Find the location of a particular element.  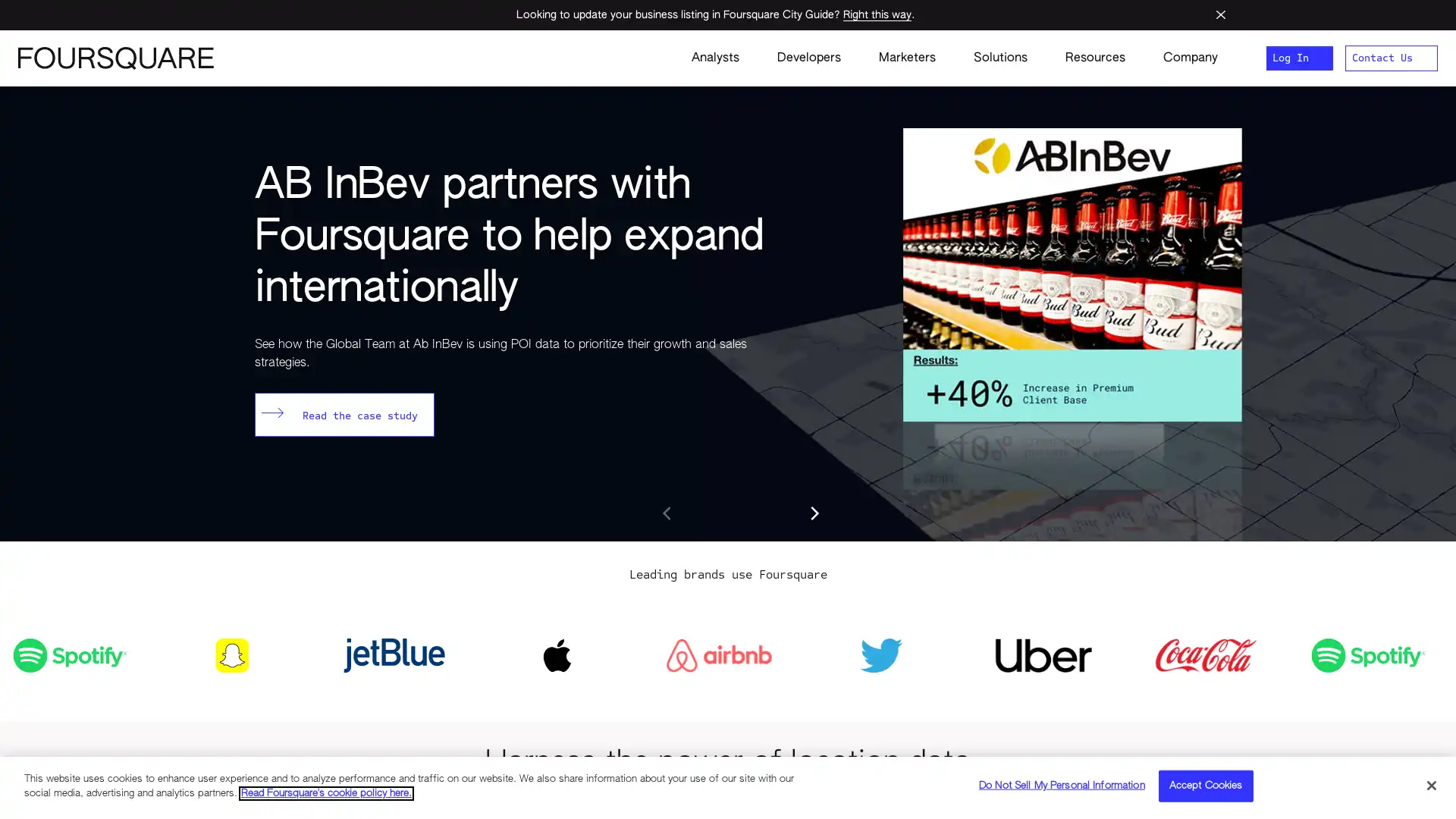

Previous is located at coordinates (667, 513).